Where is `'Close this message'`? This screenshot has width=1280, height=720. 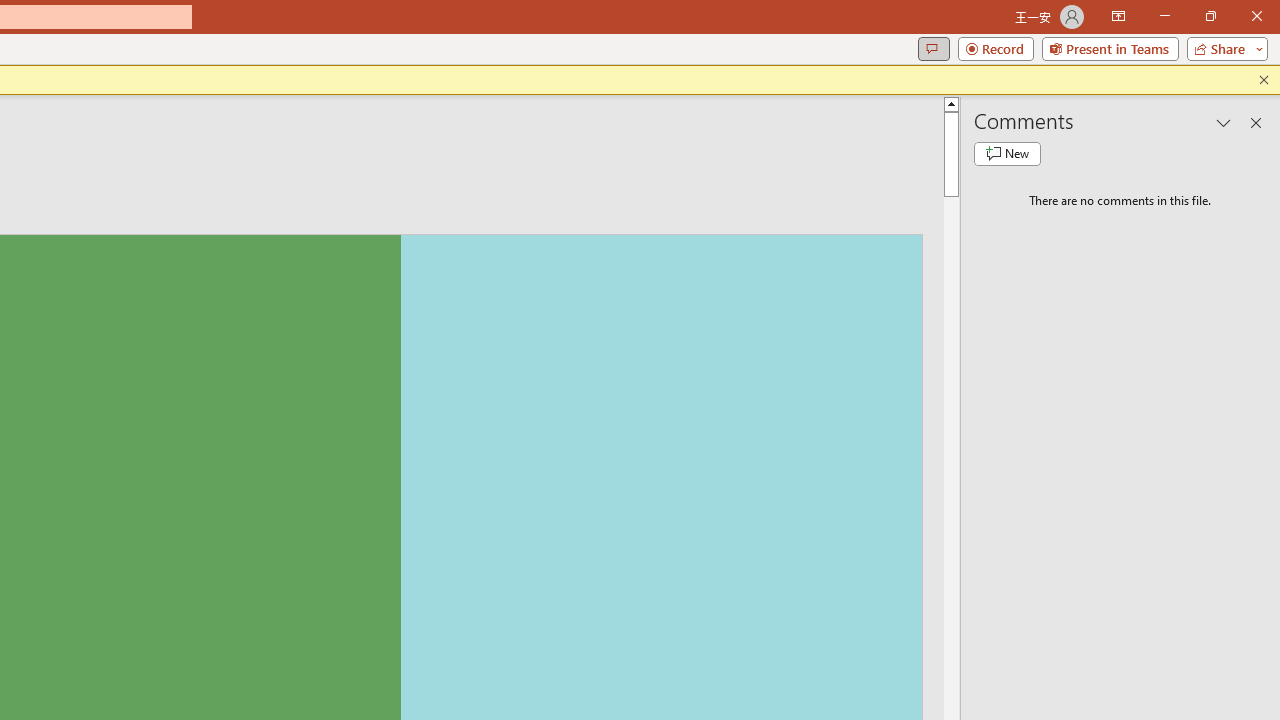 'Close this message' is located at coordinates (1263, 79).